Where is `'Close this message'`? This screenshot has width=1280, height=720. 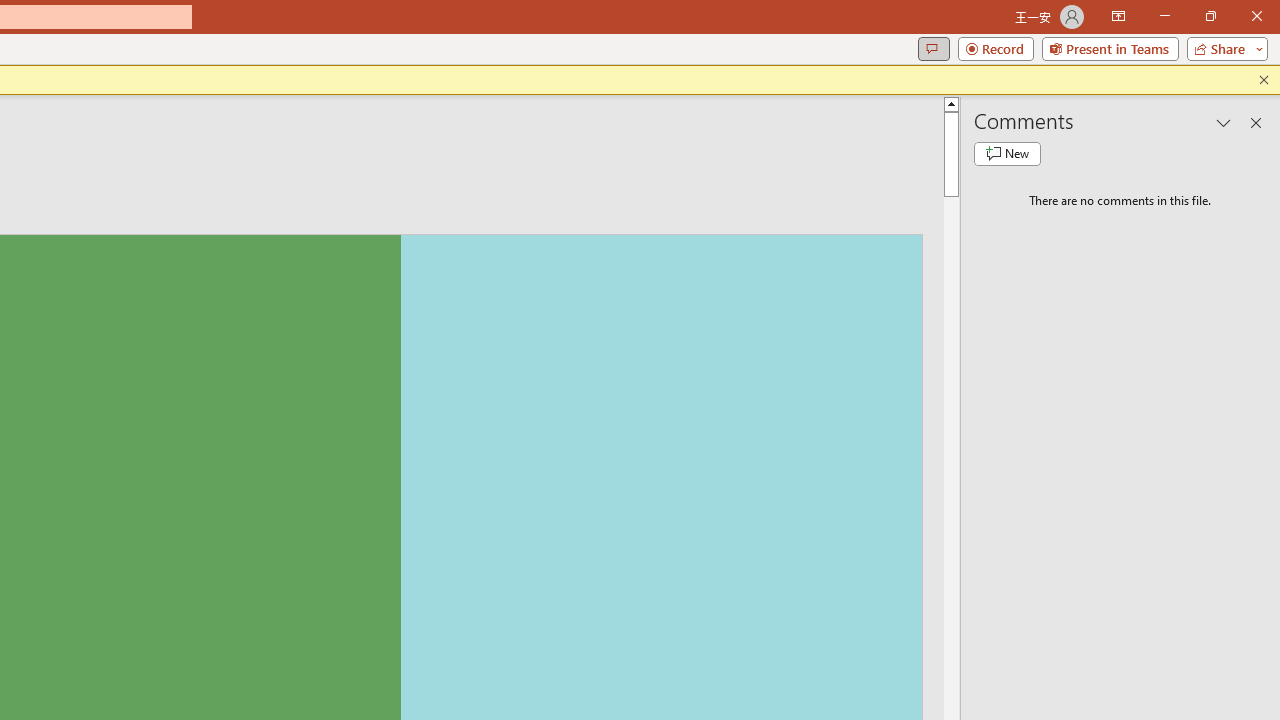 'Close this message' is located at coordinates (1263, 79).